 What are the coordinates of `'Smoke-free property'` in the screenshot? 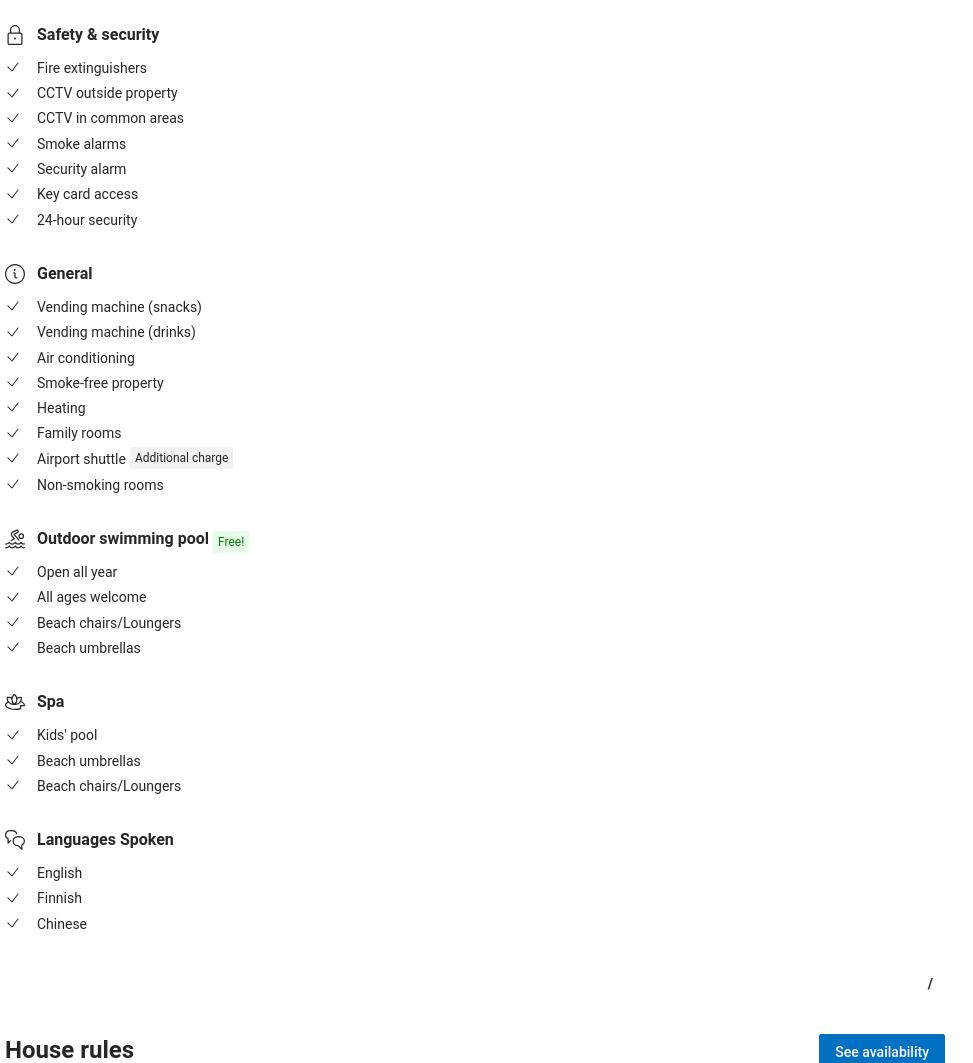 It's located at (99, 382).